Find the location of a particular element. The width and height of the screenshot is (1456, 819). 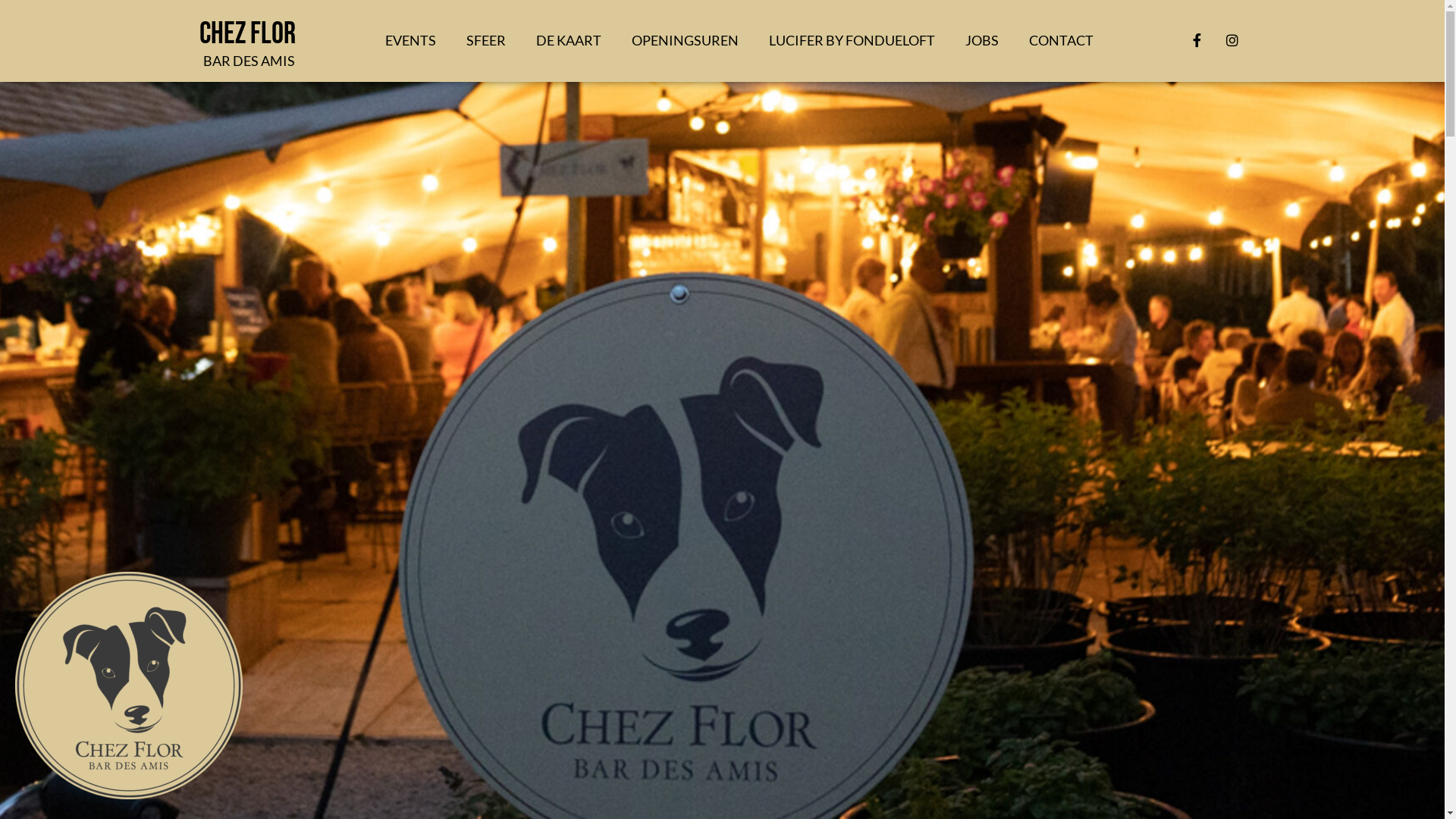

'SFEER' is located at coordinates (465, 39).